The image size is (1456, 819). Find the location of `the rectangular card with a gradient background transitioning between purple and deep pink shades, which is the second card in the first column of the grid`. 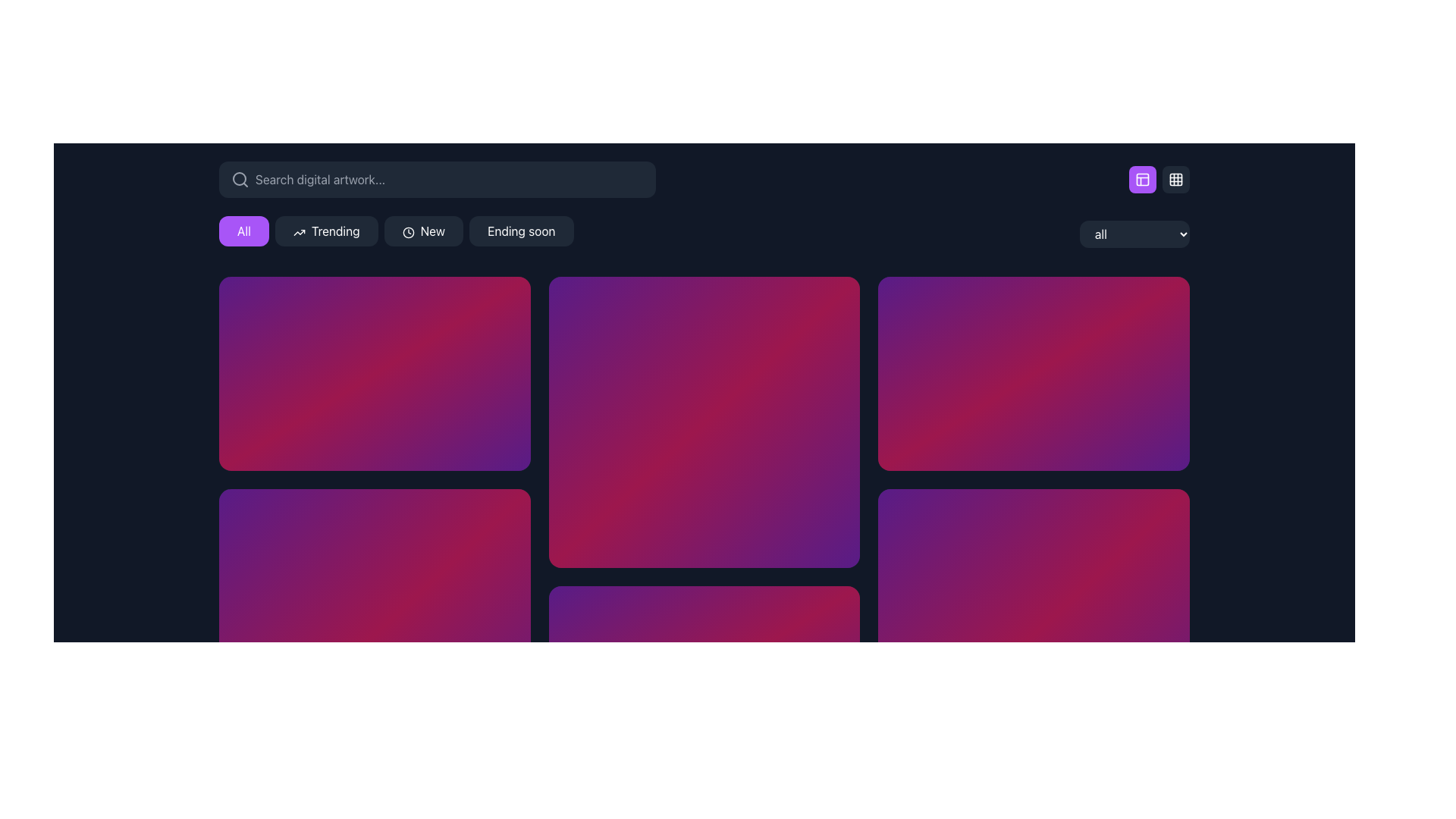

the rectangular card with a gradient background transitioning between purple and deep pink shades, which is the second card in the first column of the grid is located at coordinates (375, 635).